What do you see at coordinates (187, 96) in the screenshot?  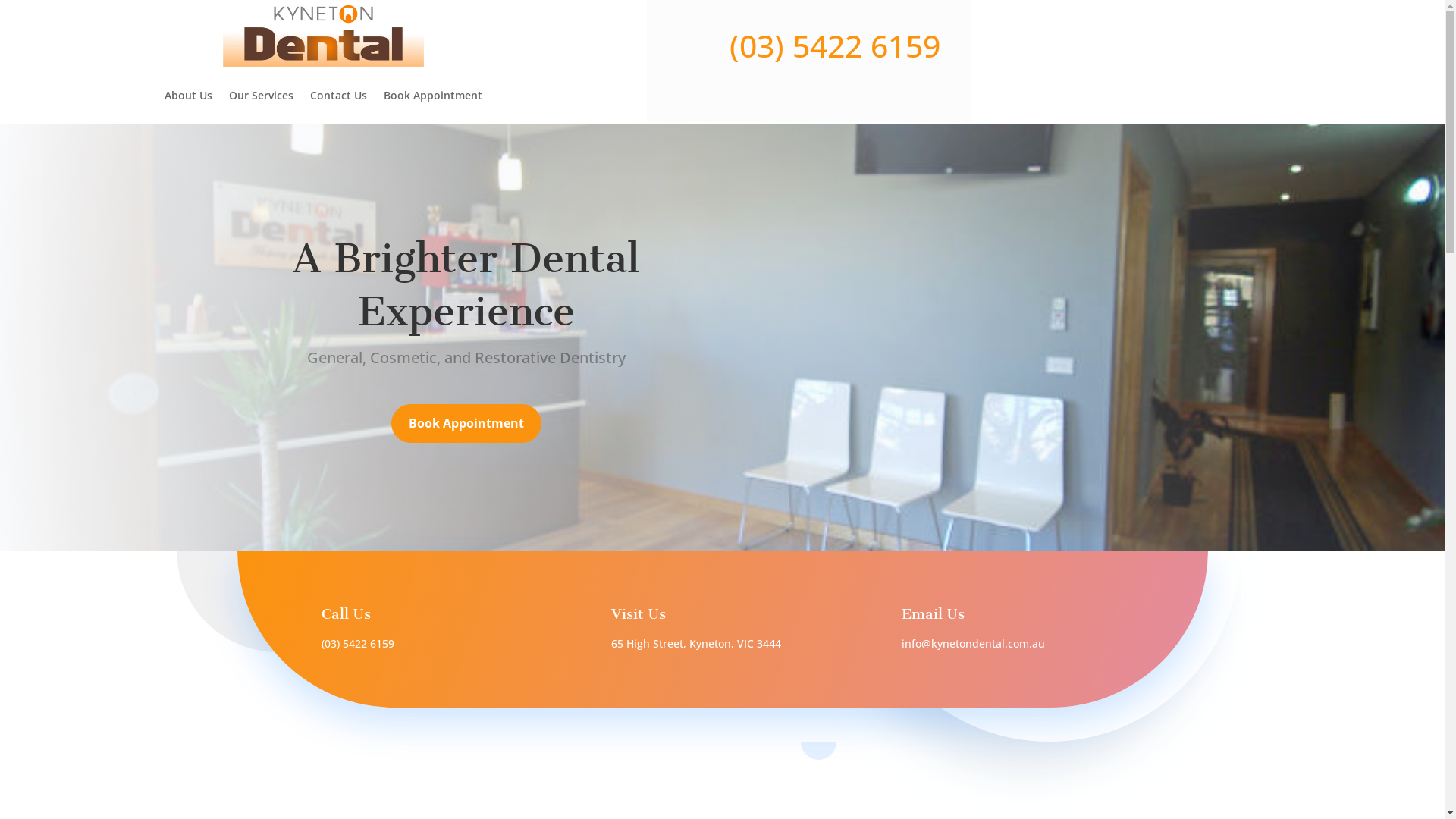 I see `'About Us'` at bounding box center [187, 96].